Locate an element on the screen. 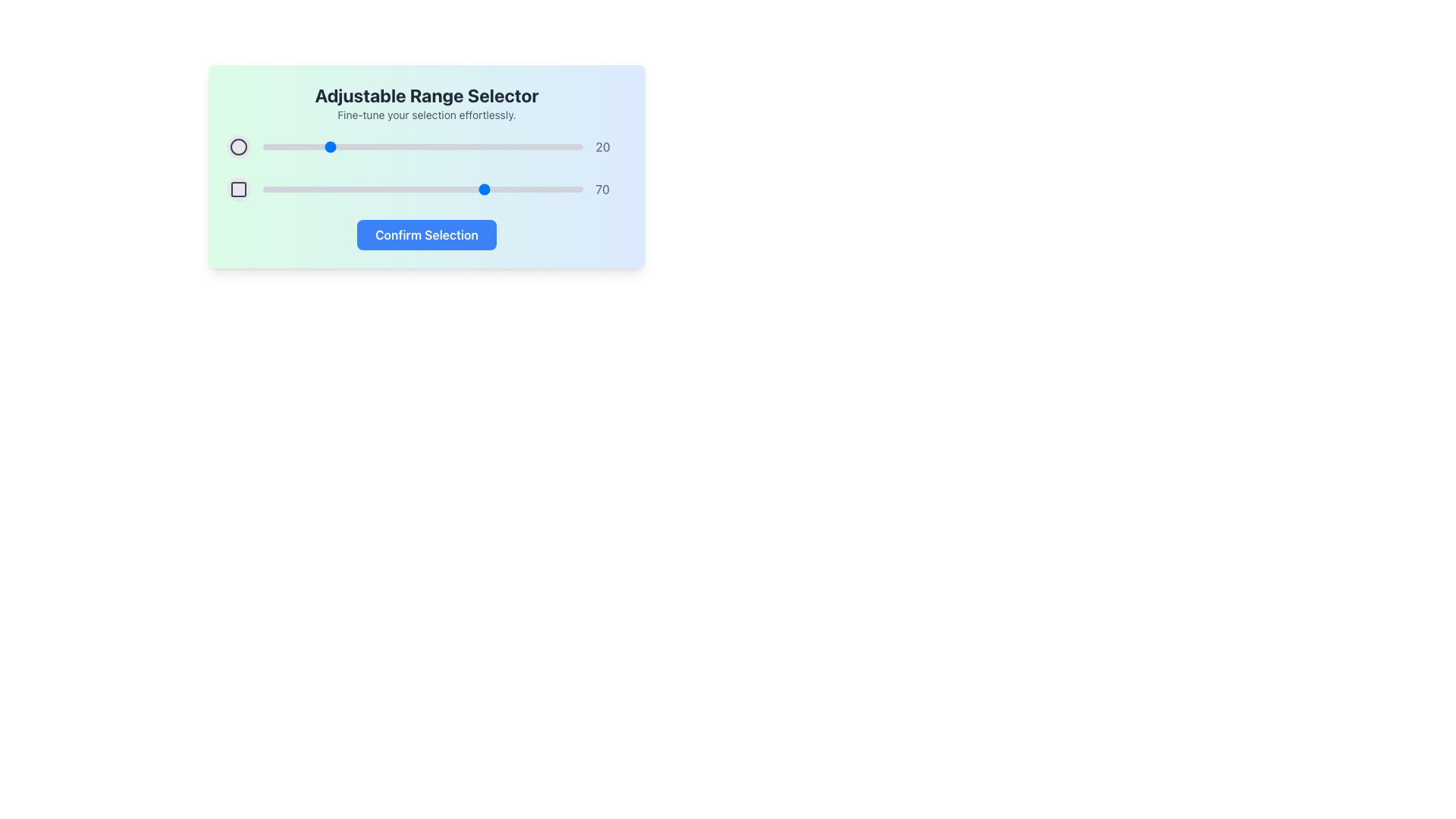 The height and width of the screenshot is (819, 1456). the slider is located at coordinates (275, 189).